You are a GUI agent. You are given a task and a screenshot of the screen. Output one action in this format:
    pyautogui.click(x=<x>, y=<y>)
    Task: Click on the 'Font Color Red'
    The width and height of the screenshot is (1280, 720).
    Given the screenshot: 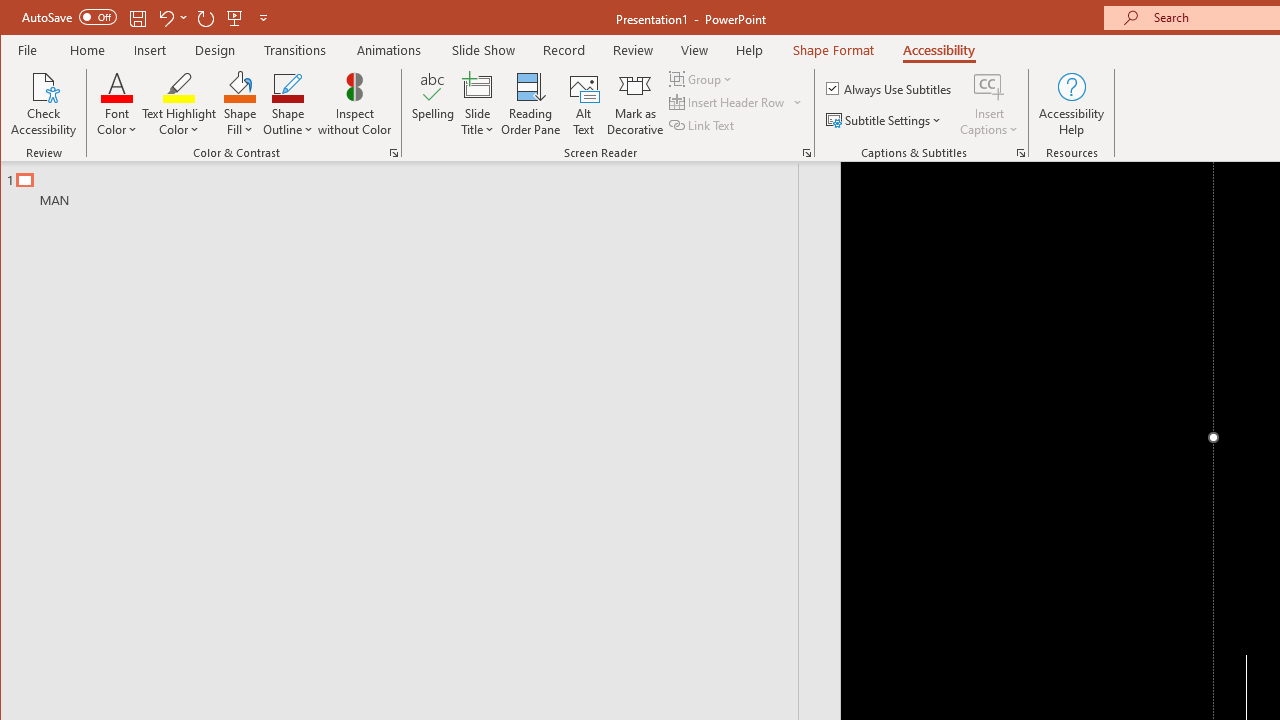 What is the action you would take?
    pyautogui.click(x=116, y=85)
    